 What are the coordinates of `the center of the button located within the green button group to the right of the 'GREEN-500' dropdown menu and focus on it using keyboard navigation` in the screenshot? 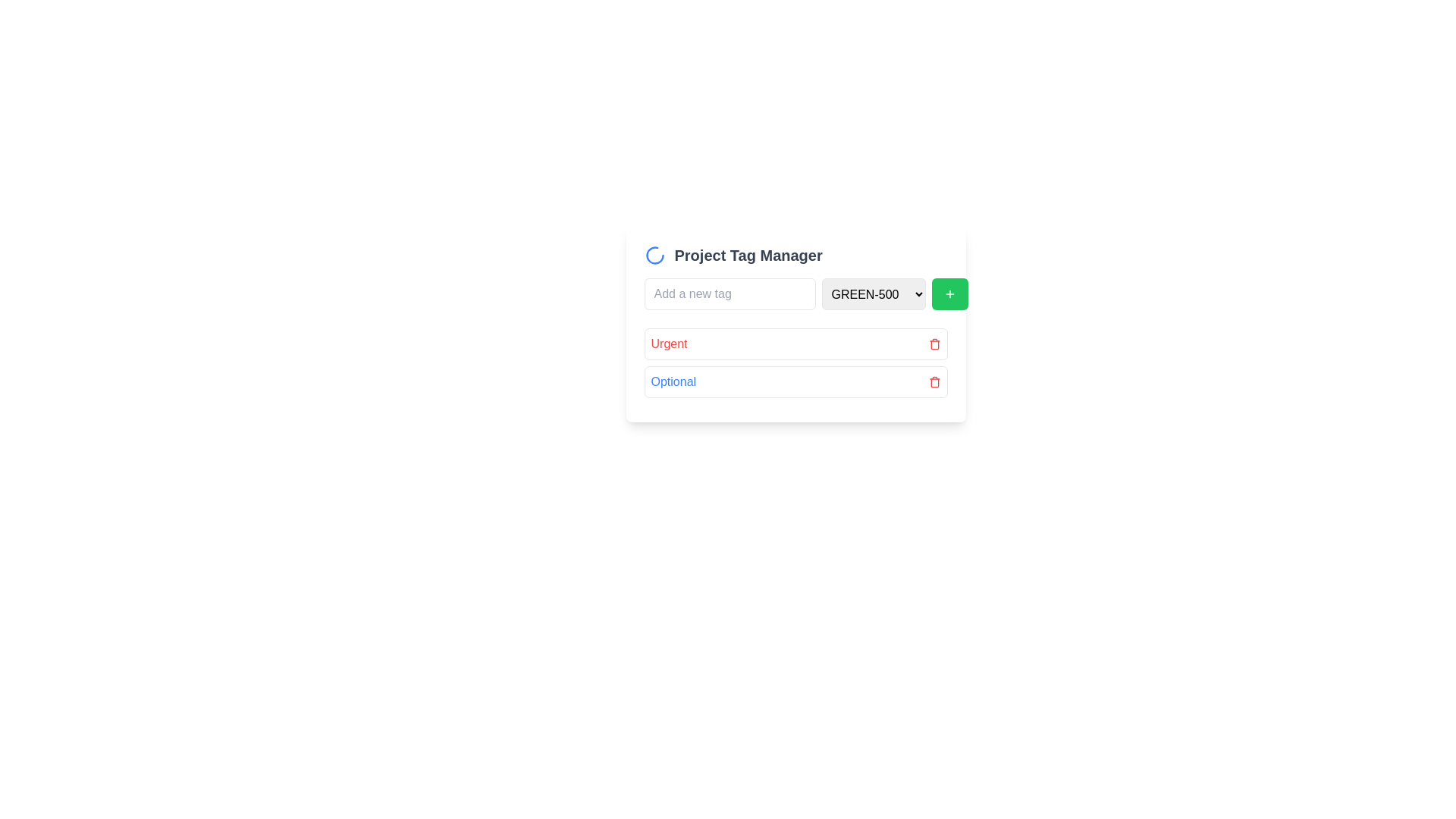 It's located at (949, 294).